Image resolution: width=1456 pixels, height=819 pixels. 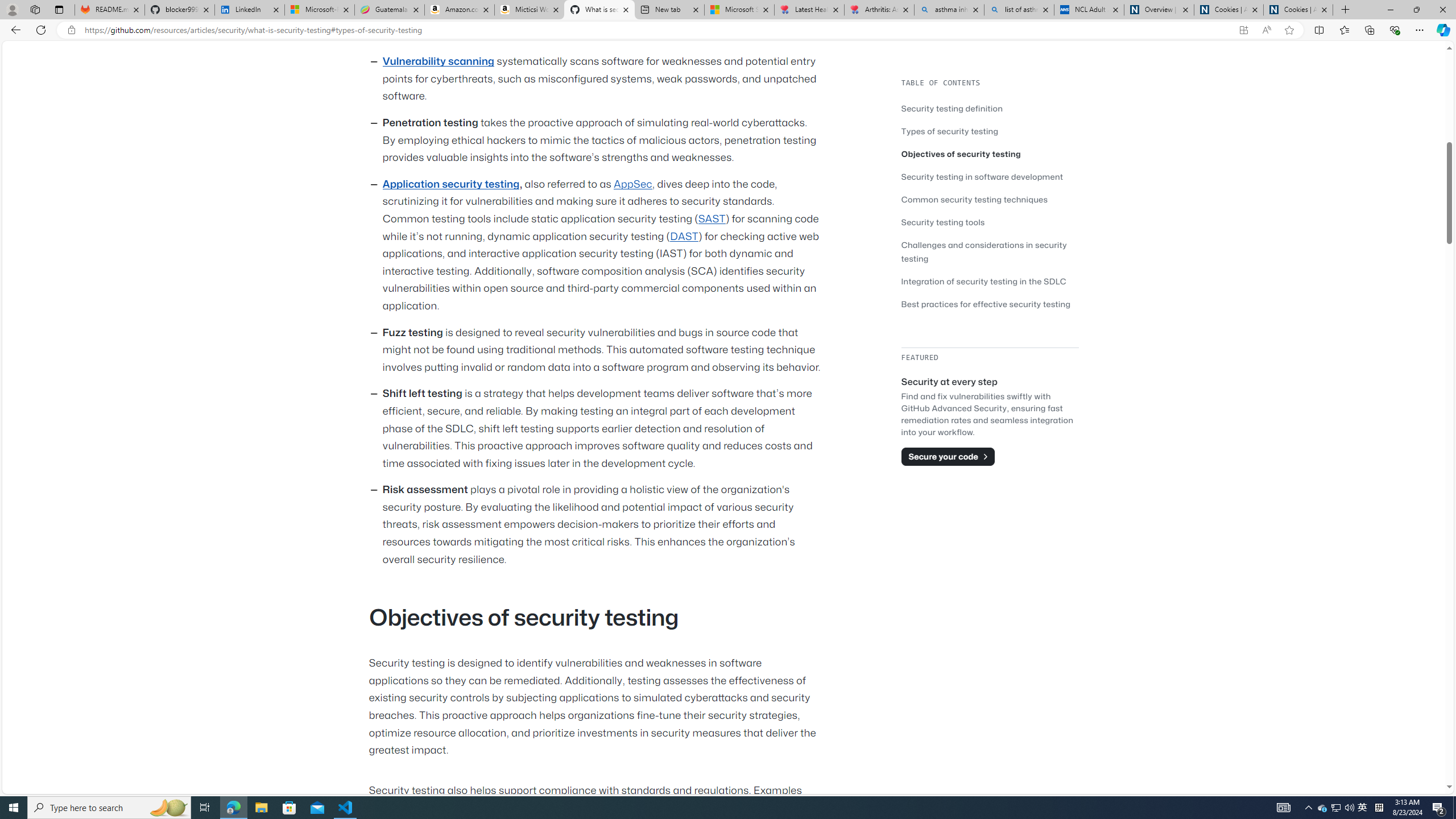 What do you see at coordinates (960, 153) in the screenshot?
I see `'Objectives of security testing'` at bounding box center [960, 153].